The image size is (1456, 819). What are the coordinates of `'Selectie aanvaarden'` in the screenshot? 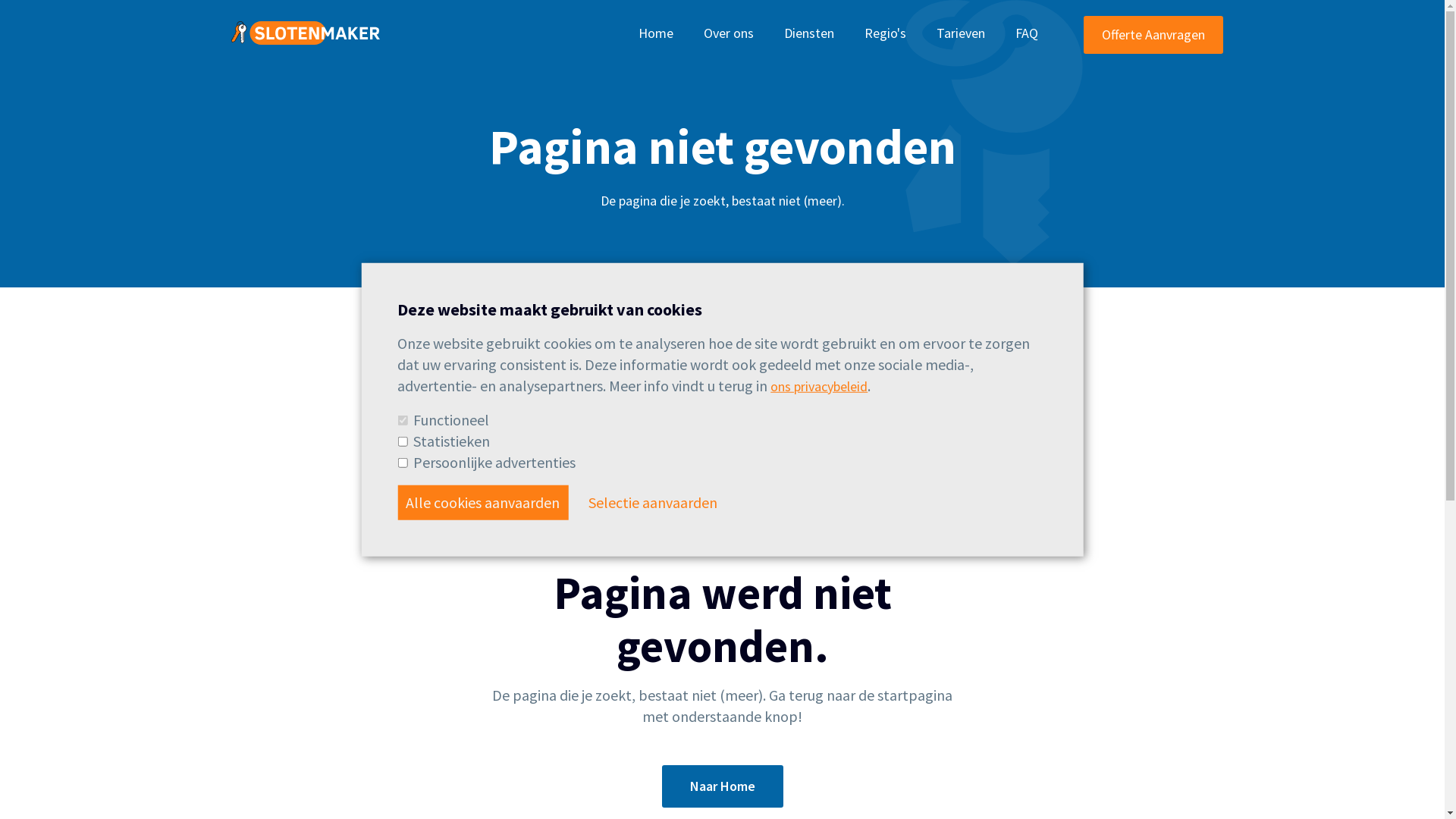 It's located at (579, 502).